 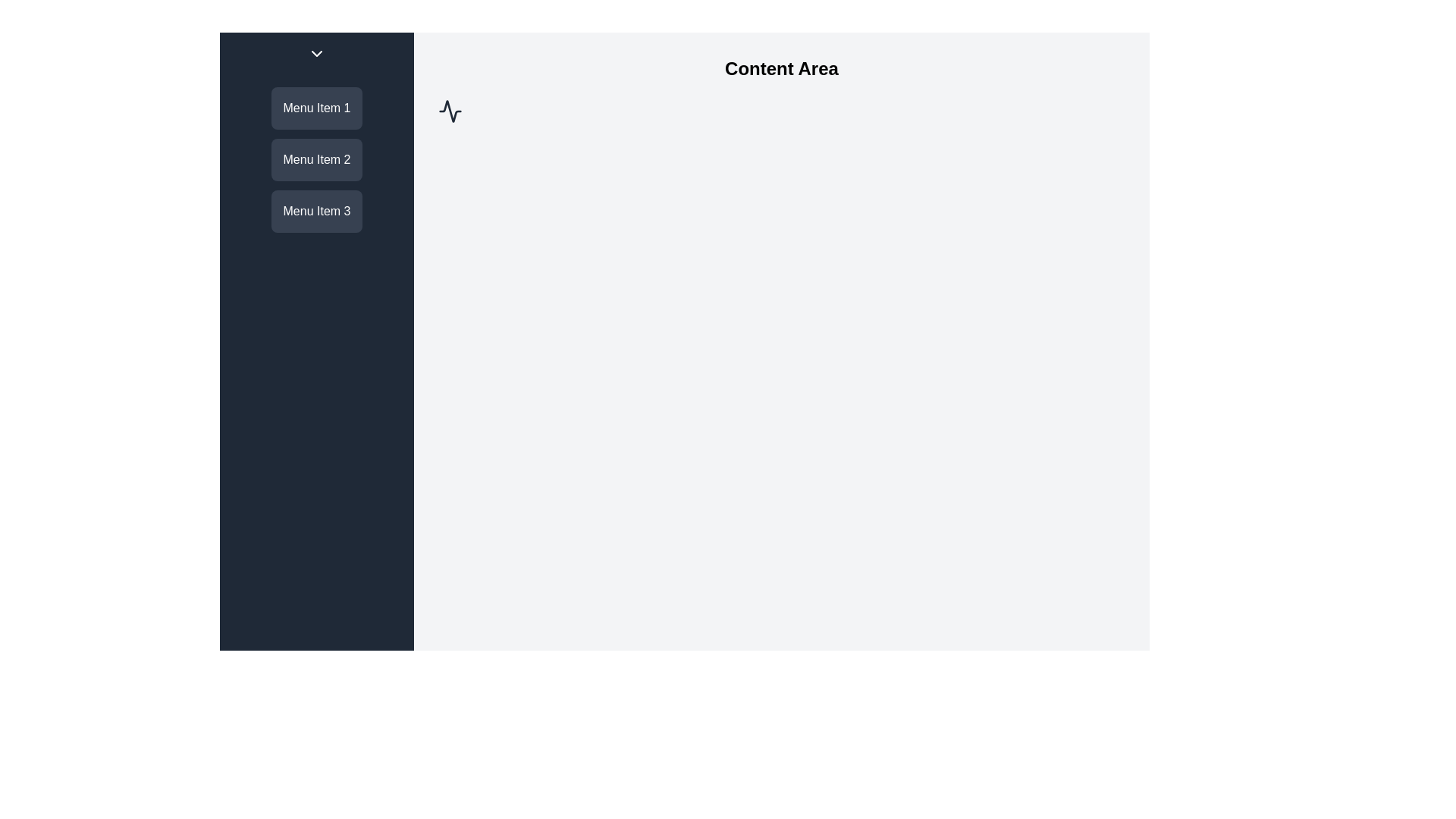 What do you see at coordinates (315, 52) in the screenshot?
I see `the downward-pointing chevron icon inside the circular button at the top-left corner of the sidebar` at bounding box center [315, 52].